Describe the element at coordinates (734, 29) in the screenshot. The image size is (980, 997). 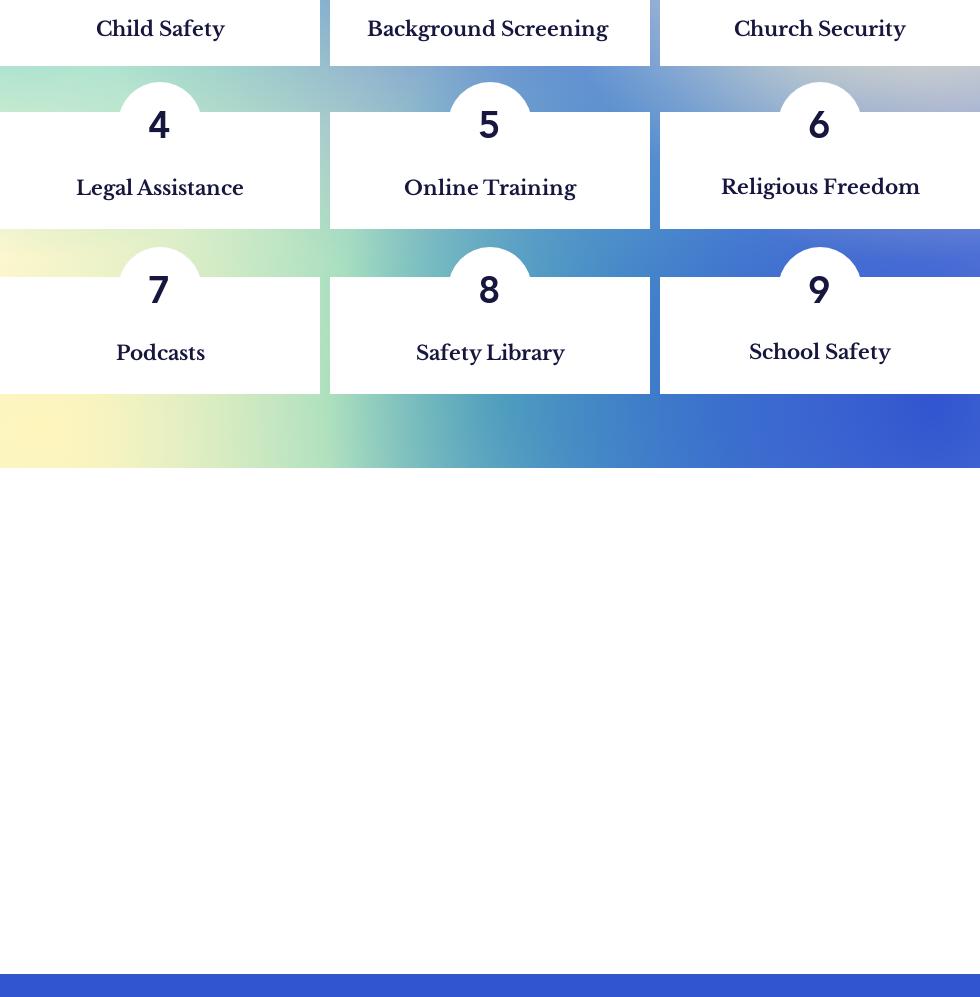
I see `'Church Security'` at that location.